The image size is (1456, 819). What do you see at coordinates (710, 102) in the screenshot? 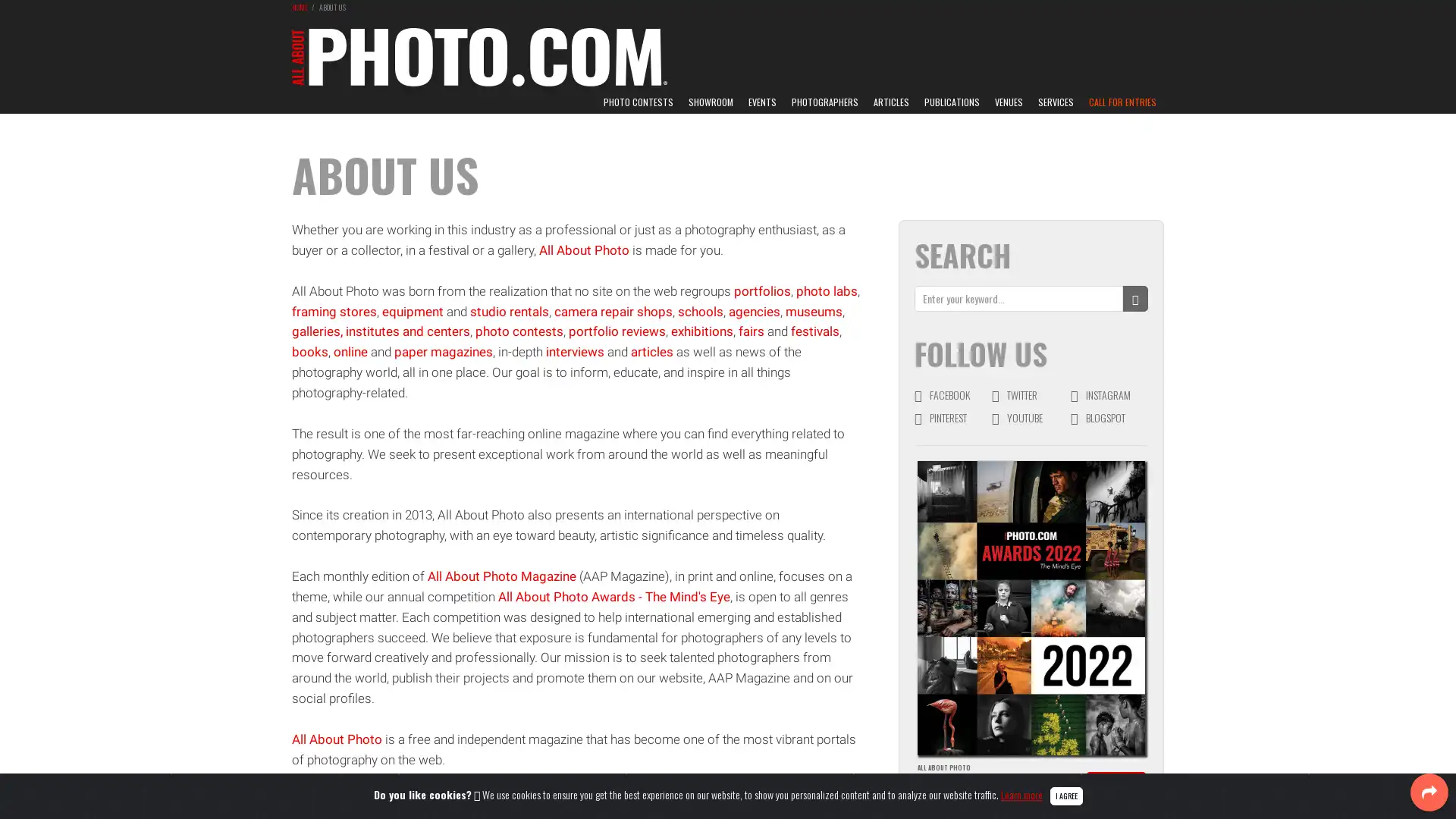
I see `SHOWROOM` at bounding box center [710, 102].